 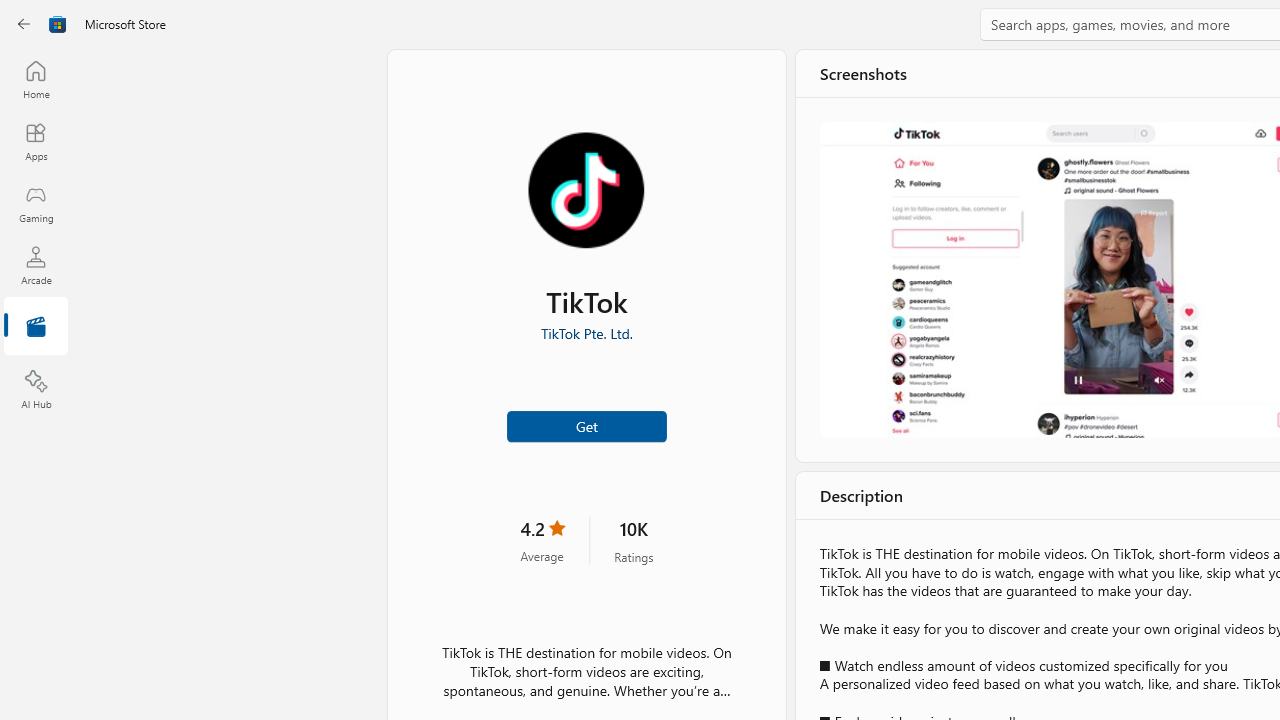 I want to click on 'Arcade', so click(x=35, y=264).